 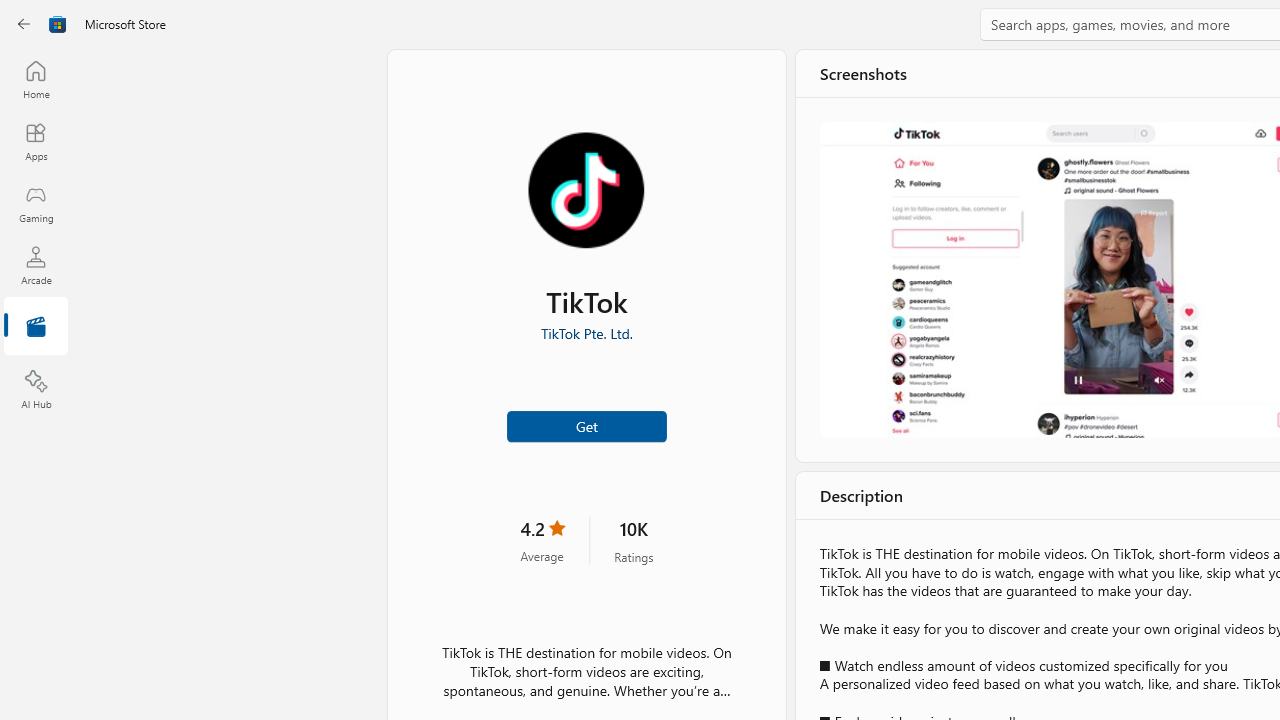 I want to click on 'Arcade', so click(x=35, y=264).